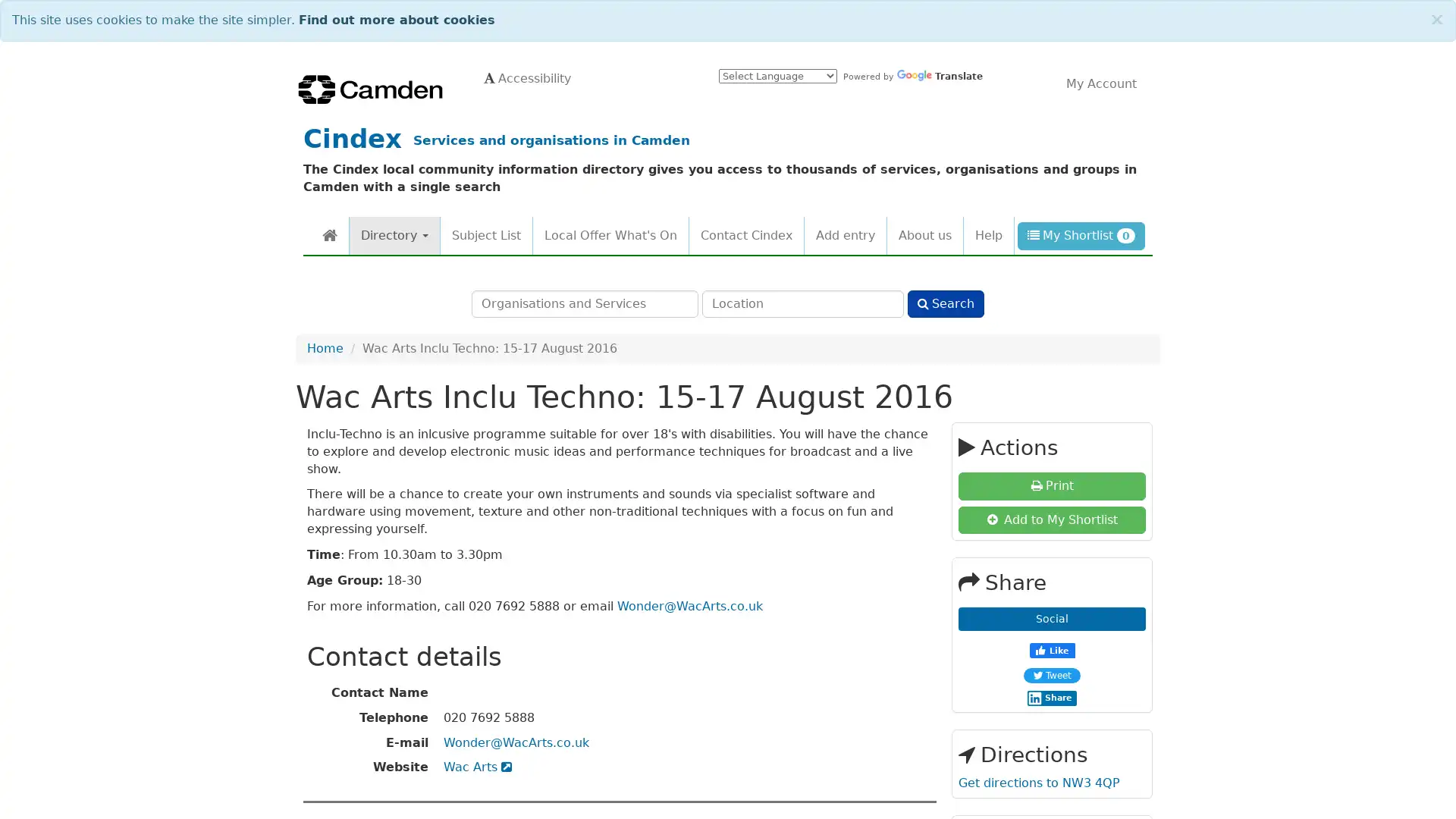 This screenshot has height=819, width=1456. I want to click on Close, so click(1436, 20).